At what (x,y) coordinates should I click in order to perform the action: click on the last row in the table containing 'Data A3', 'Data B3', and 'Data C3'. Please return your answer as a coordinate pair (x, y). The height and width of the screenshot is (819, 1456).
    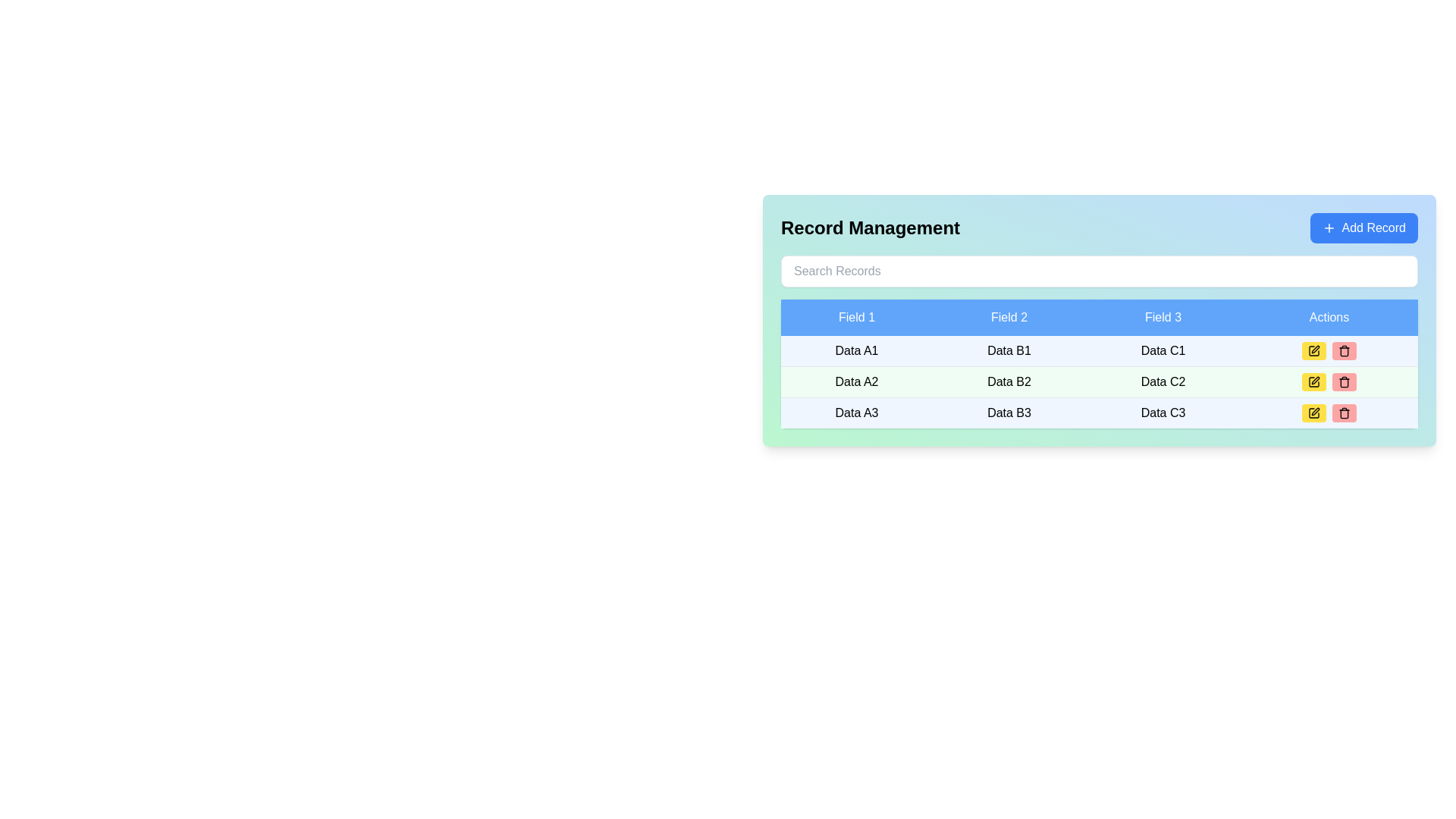
    Looking at the image, I should click on (1099, 412).